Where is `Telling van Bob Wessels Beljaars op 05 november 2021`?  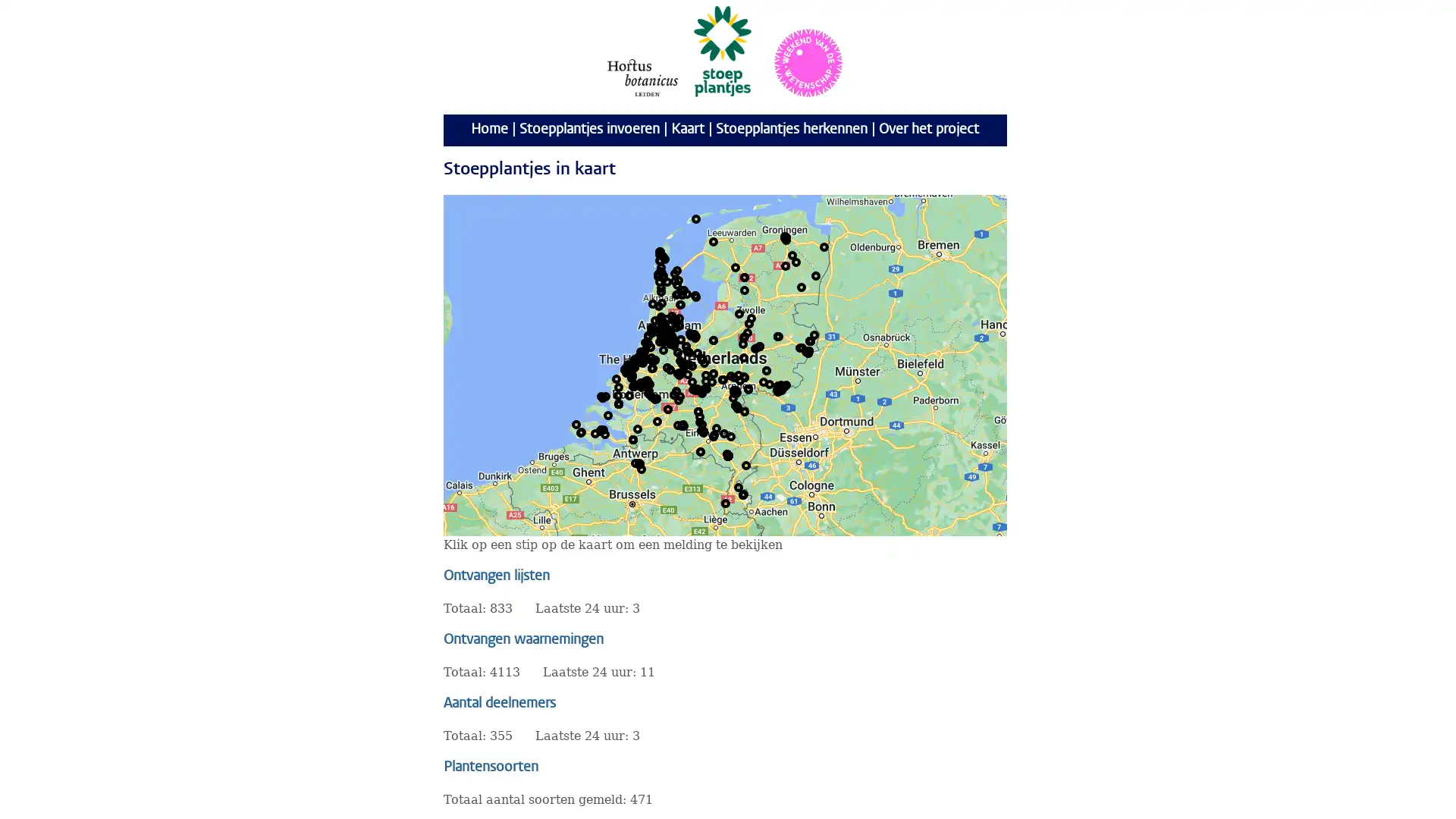
Telling van Bob Wessels Beljaars op 05 november 2021 is located at coordinates (823, 245).